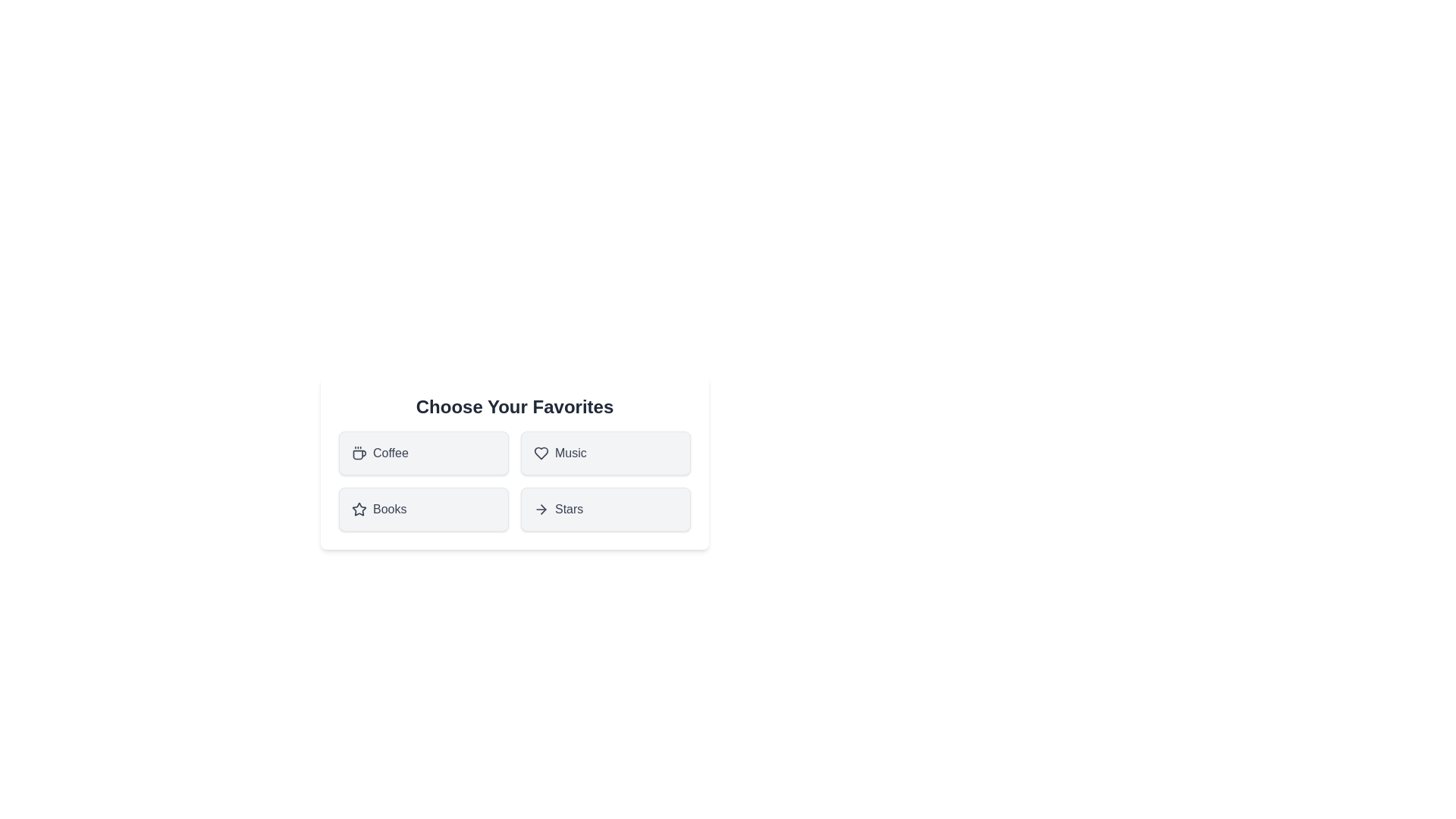  I want to click on the selectable button for the category 'Books' located in the bottom-left position of the grid labeled 'Choose Your Favorites', so click(423, 509).